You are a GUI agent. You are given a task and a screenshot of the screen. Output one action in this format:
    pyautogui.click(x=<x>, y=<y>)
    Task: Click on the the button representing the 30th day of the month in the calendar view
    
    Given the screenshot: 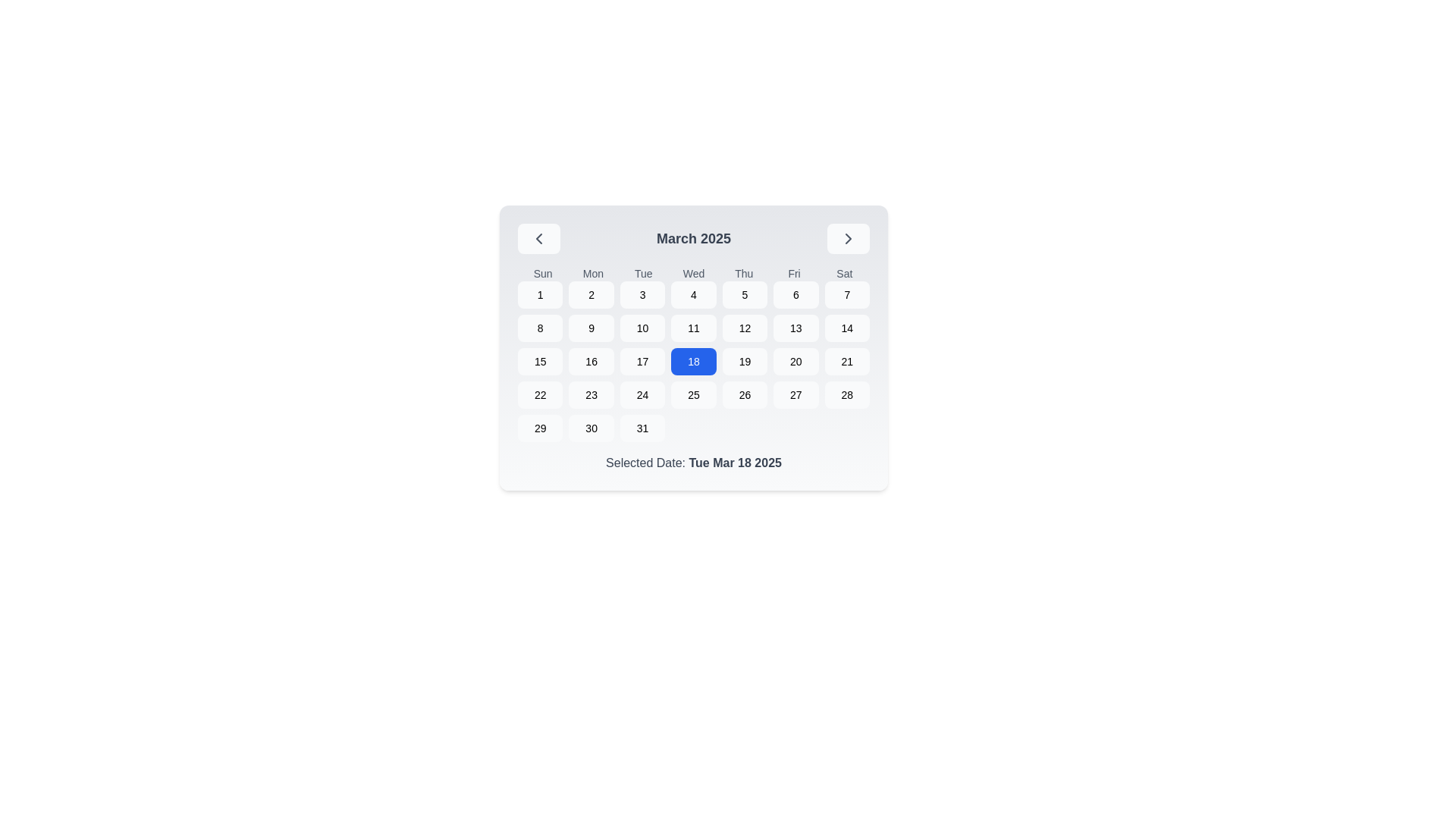 What is the action you would take?
    pyautogui.click(x=591, y=428)
    